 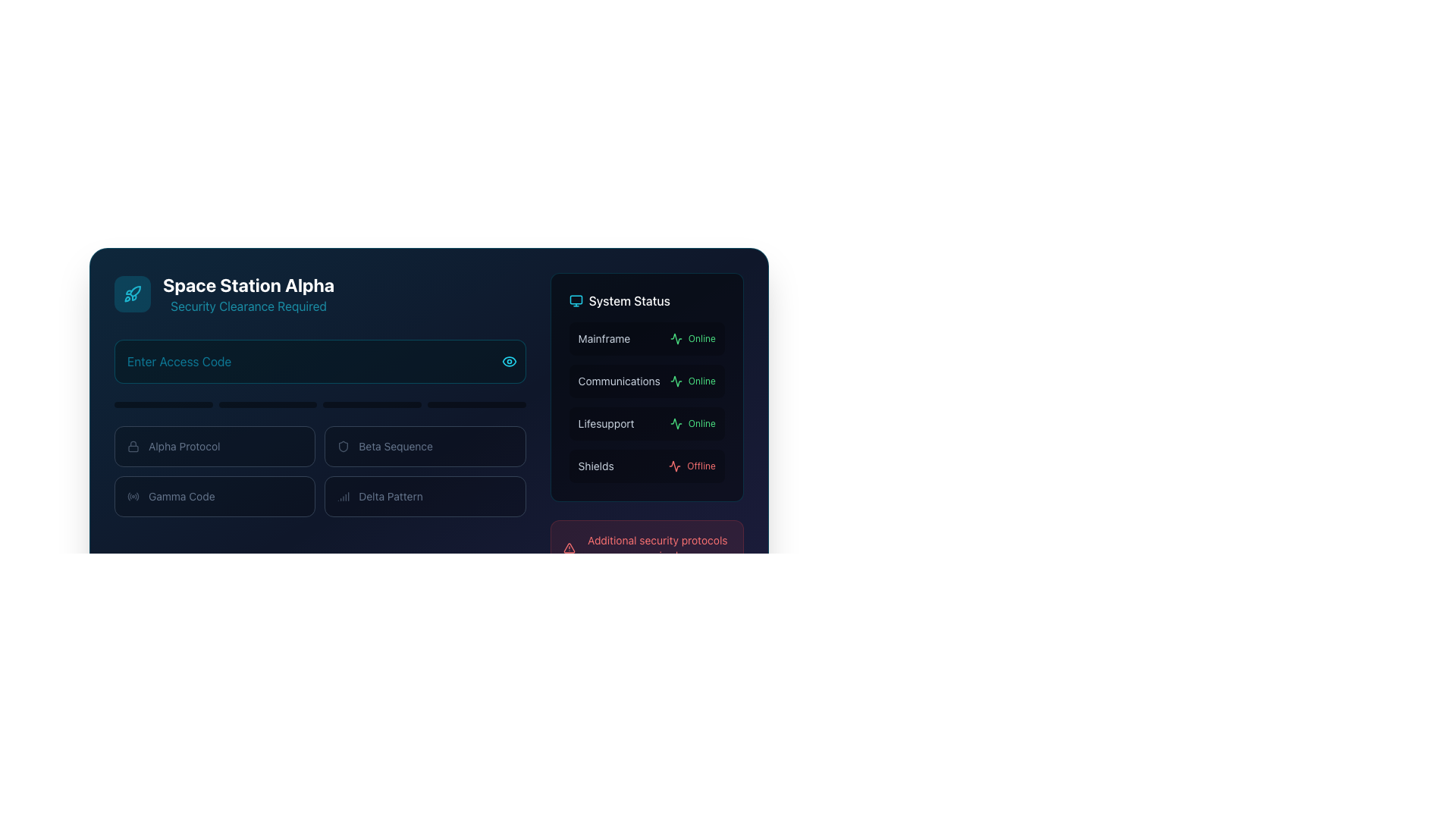 What do you see at coordinates (132, 294) in the screenshot?
I see `the space-themed icon located at the top-left segment of the interface, near the text 'Space Station Alpha'` at bounding box center [132, 294].